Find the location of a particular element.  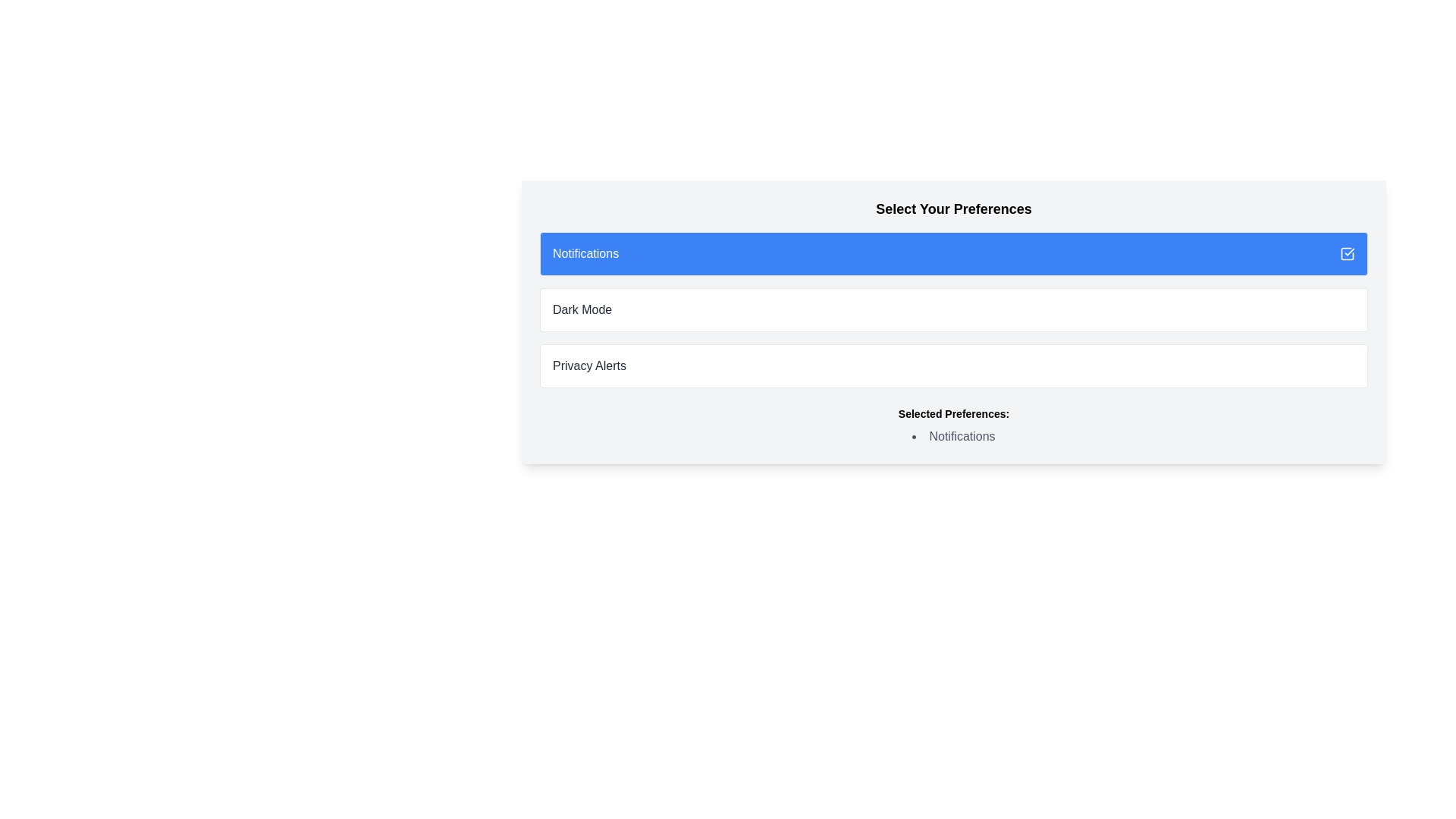

the blue square checkbox icon with a white checkmark, which is part of the preferences selection interface for 'Notifications' is located at coordinates (1347, 253).